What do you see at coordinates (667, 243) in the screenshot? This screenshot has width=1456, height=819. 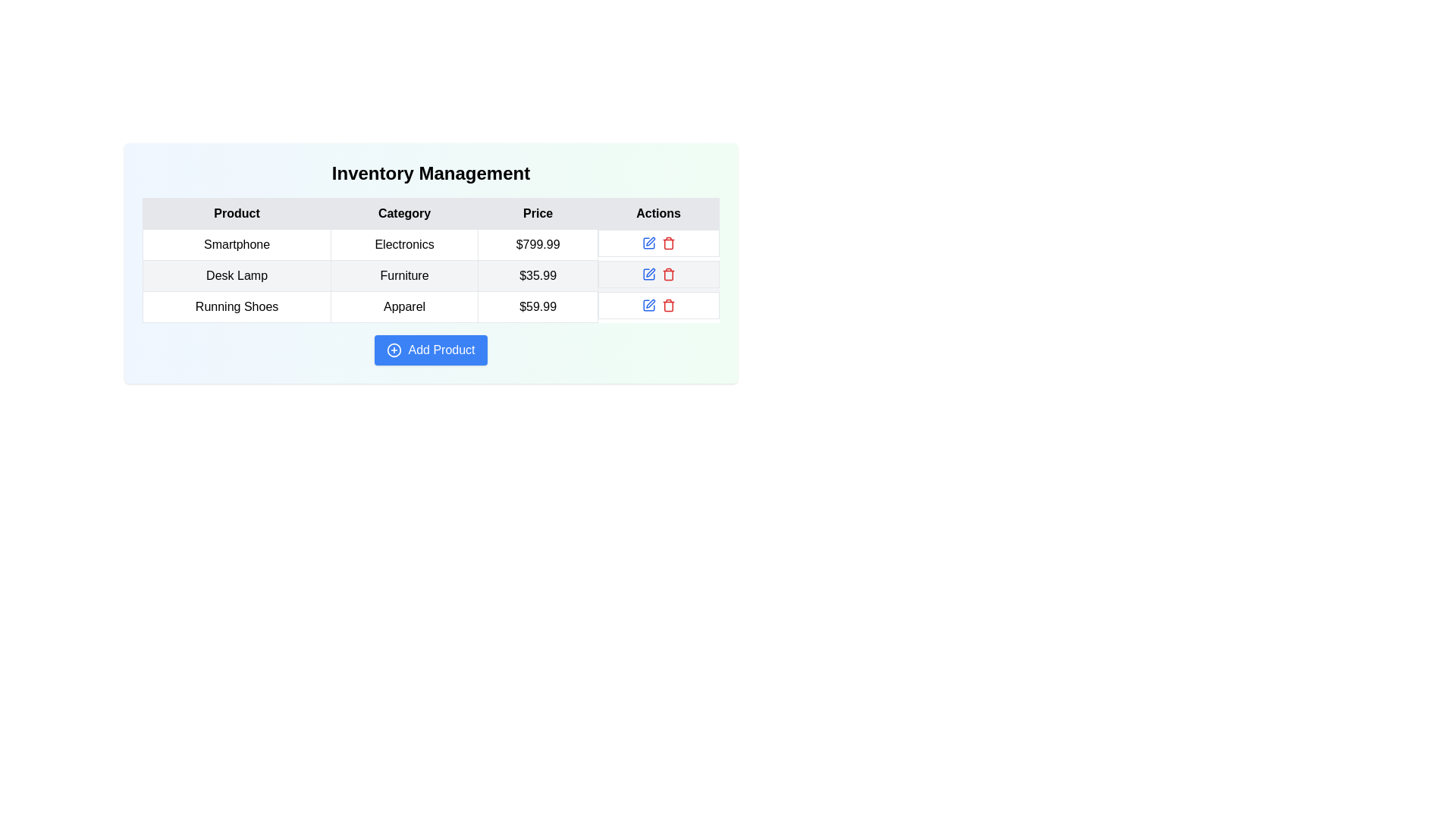 I see `the trash bin icon in the 'Actions' column of the table, specifically in the third row for 'Running Shoes'` at bounding box center [667, 243].